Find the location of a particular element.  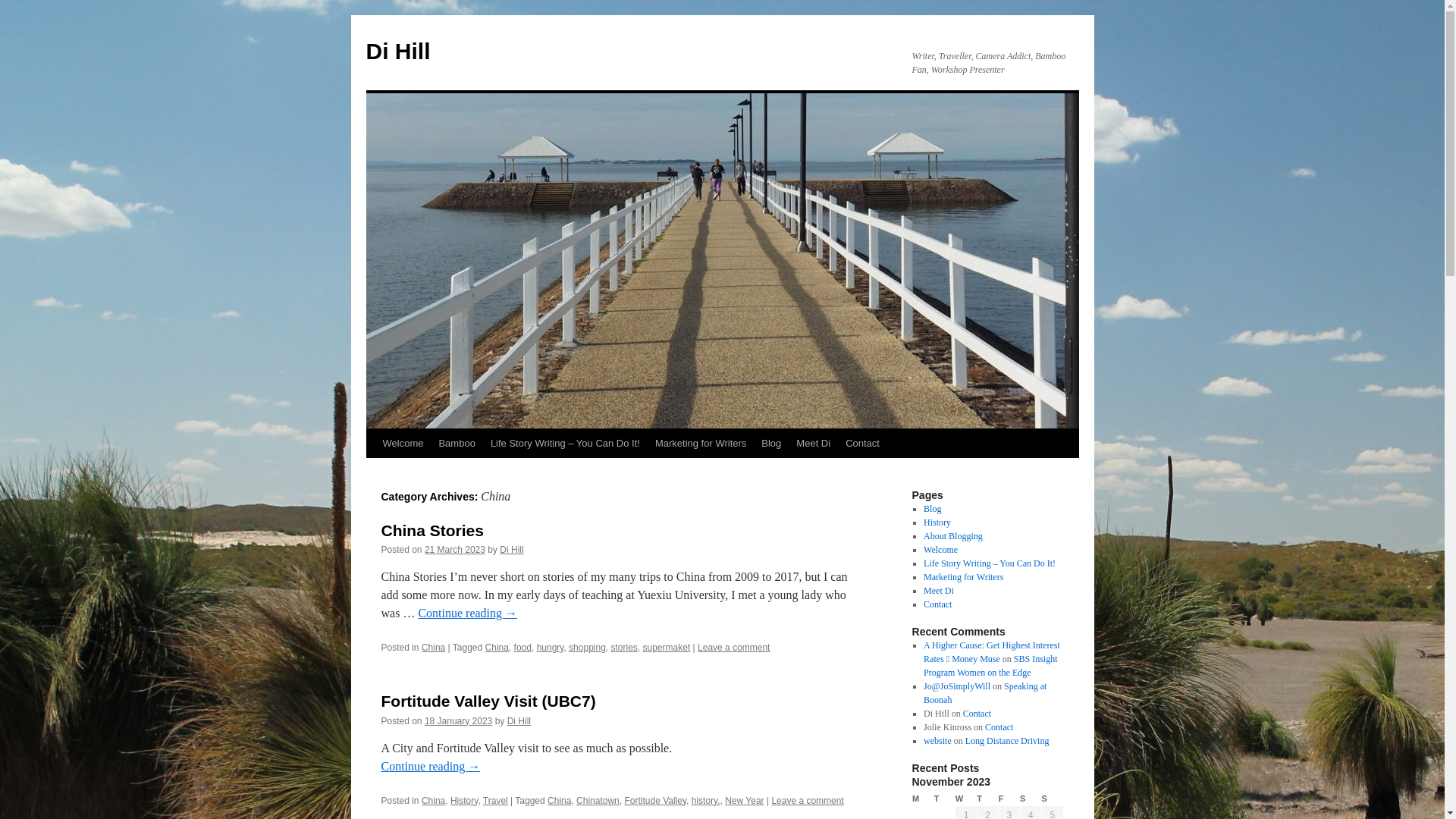

'SBS Insight Program Women on the Edge' is located at coordinates (990, 665).